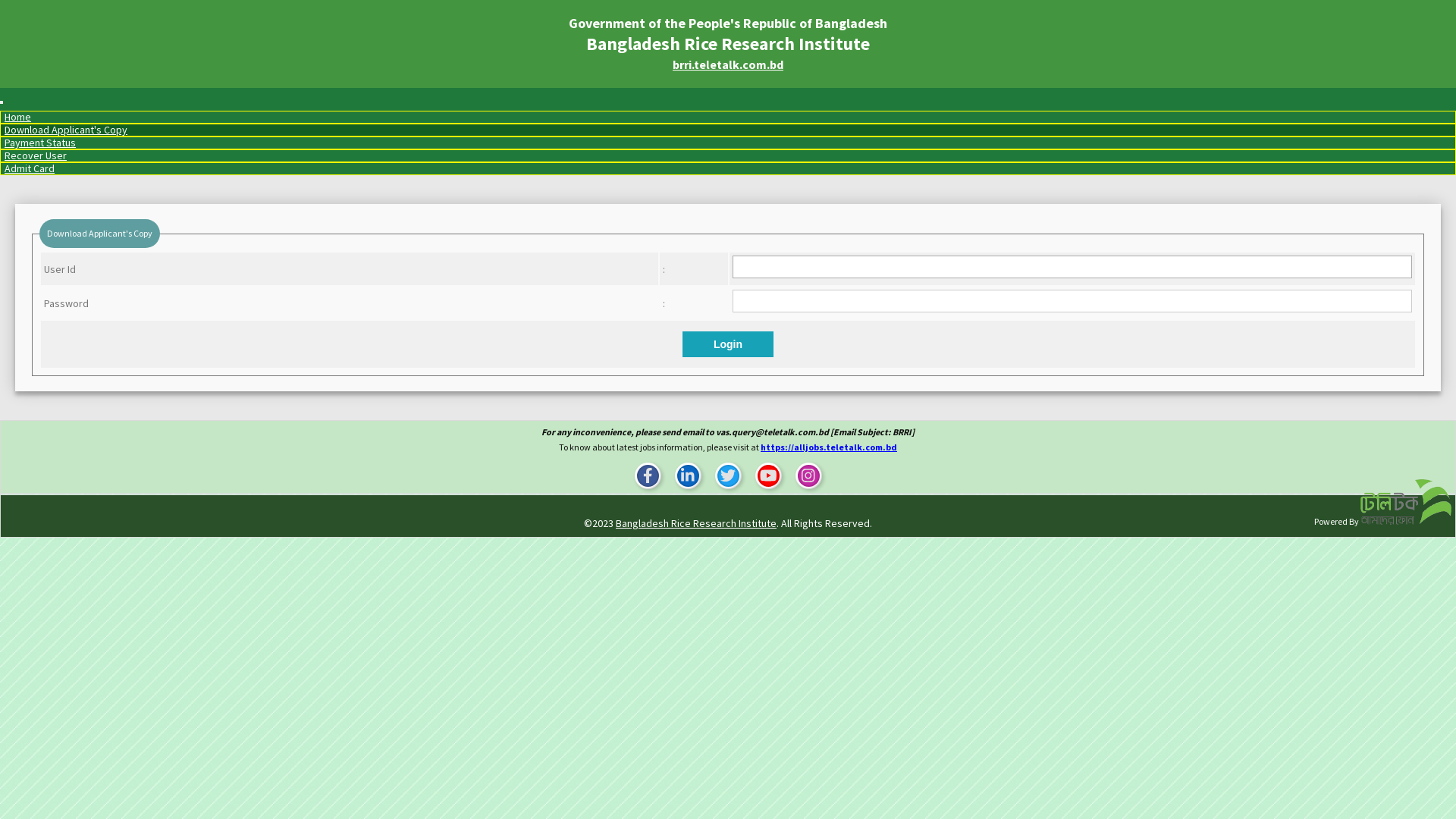 Image resolution: width=1456 pixels, height=819 pixels. What do you see at coordinates (728, 344) in the screenshot?
I see `'Login'` at bounding box center [728, 344].